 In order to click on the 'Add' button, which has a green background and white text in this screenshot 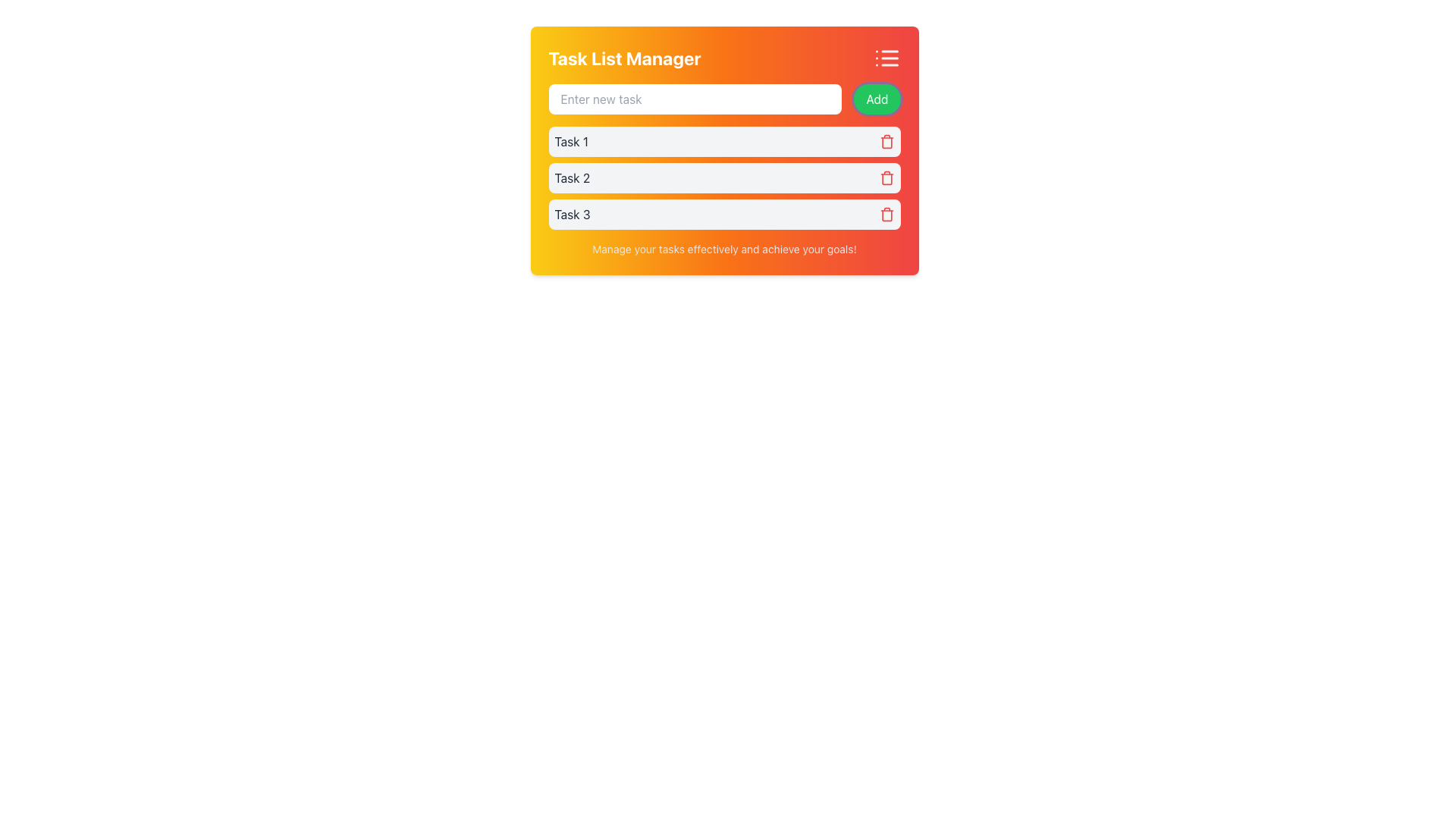, I will do `click(877, 99)`.